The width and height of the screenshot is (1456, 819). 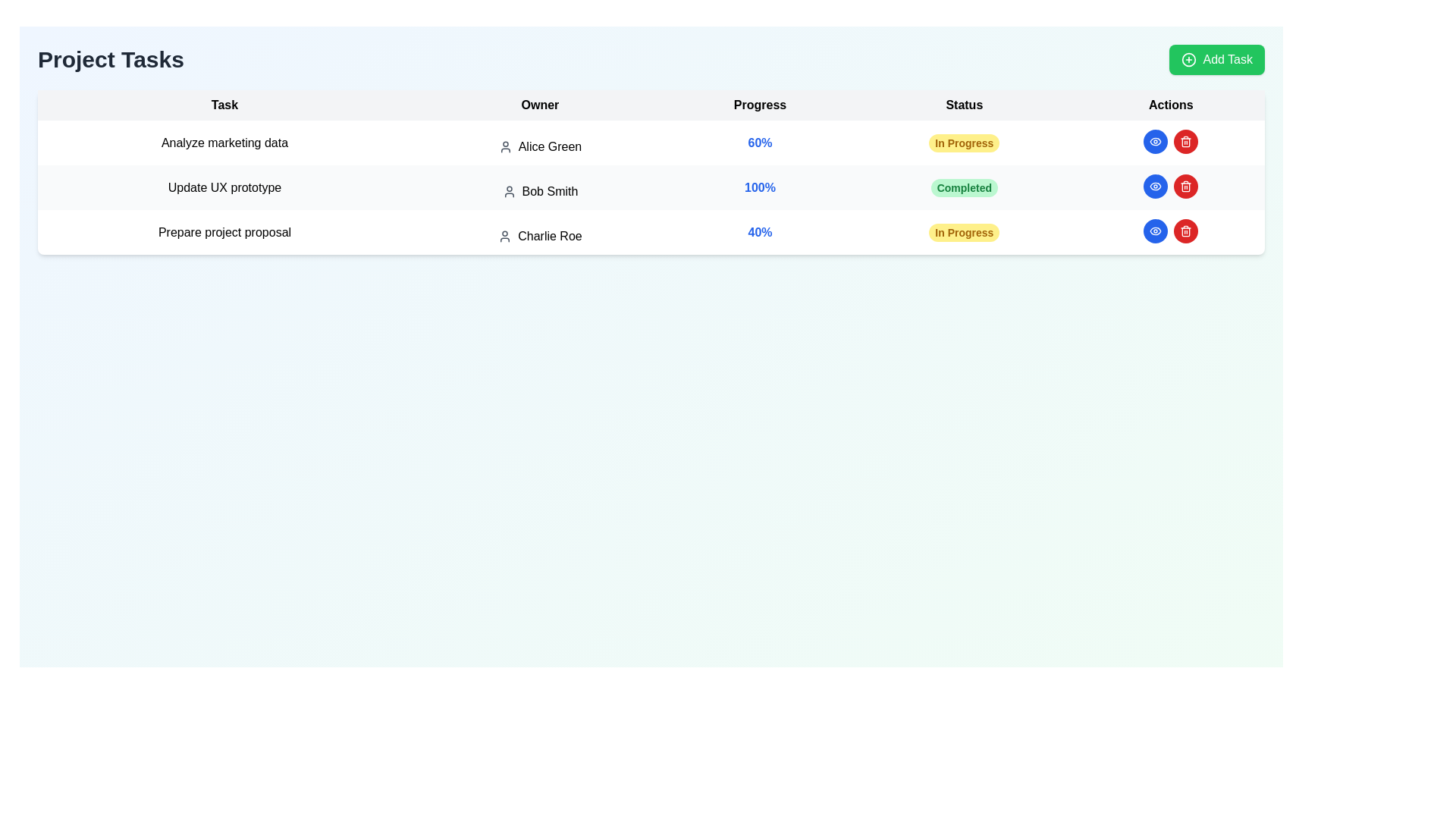 I want to click on the user icon with a minimalist, outlined design located in the 'Owner' column of the second row, positioned to the left of 'Bob Smith', so click(x=509, y=191).